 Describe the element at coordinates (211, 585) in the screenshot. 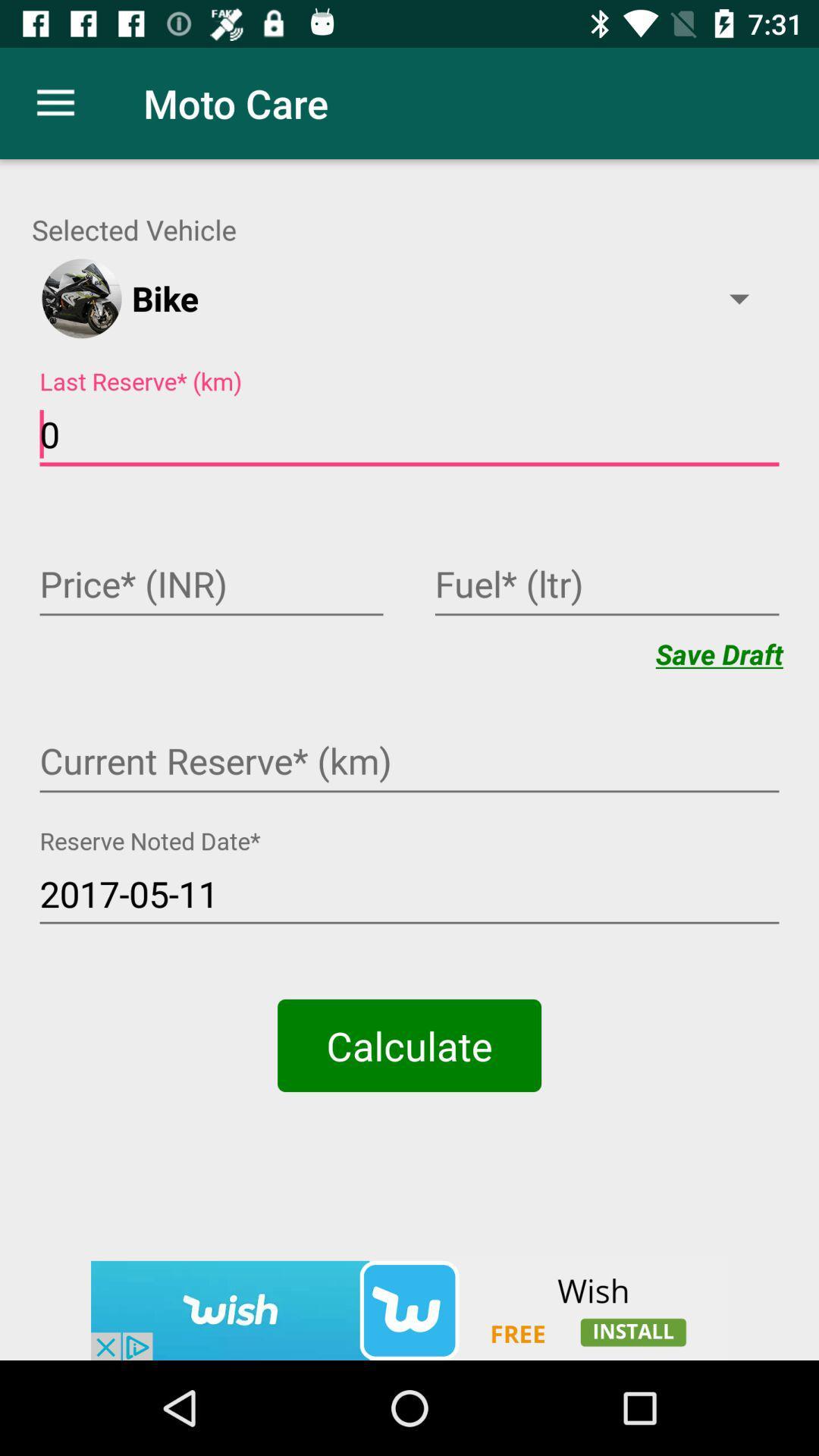

I see `price` at that location.